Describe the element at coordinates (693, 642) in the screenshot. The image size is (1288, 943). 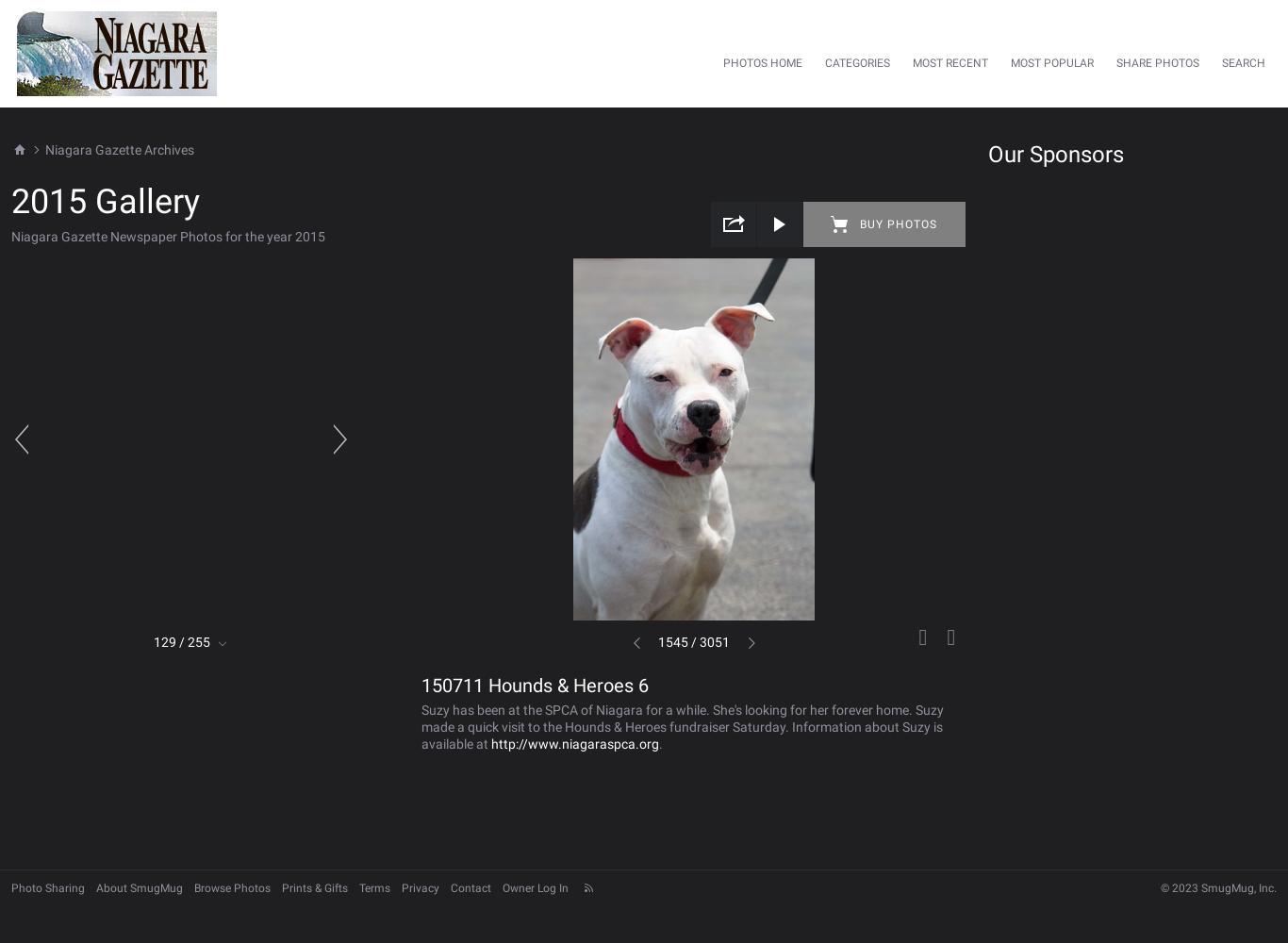
I see `'1545 / 3051'` at that location.